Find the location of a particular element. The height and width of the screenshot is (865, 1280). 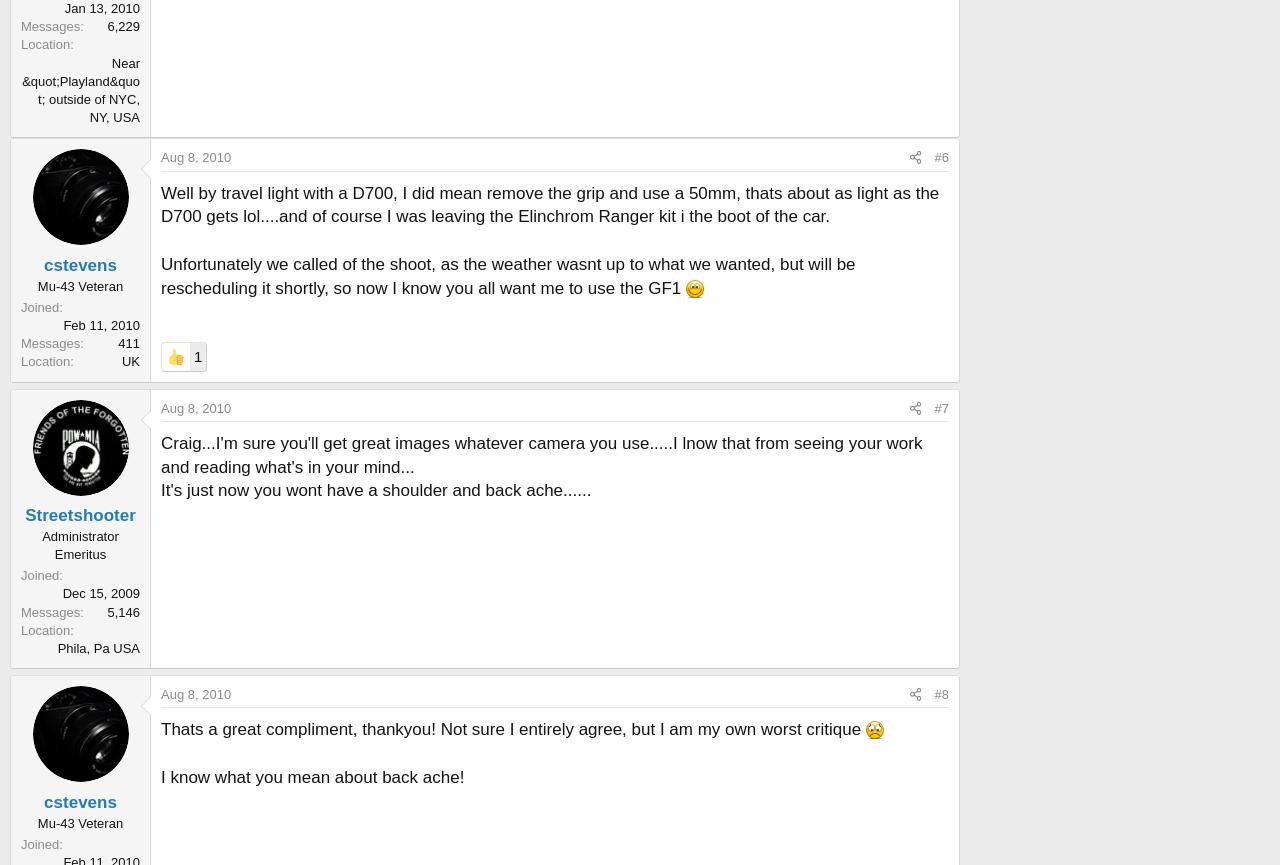

'I know what you mean about back ache!' is located at coordinates (161, 775).